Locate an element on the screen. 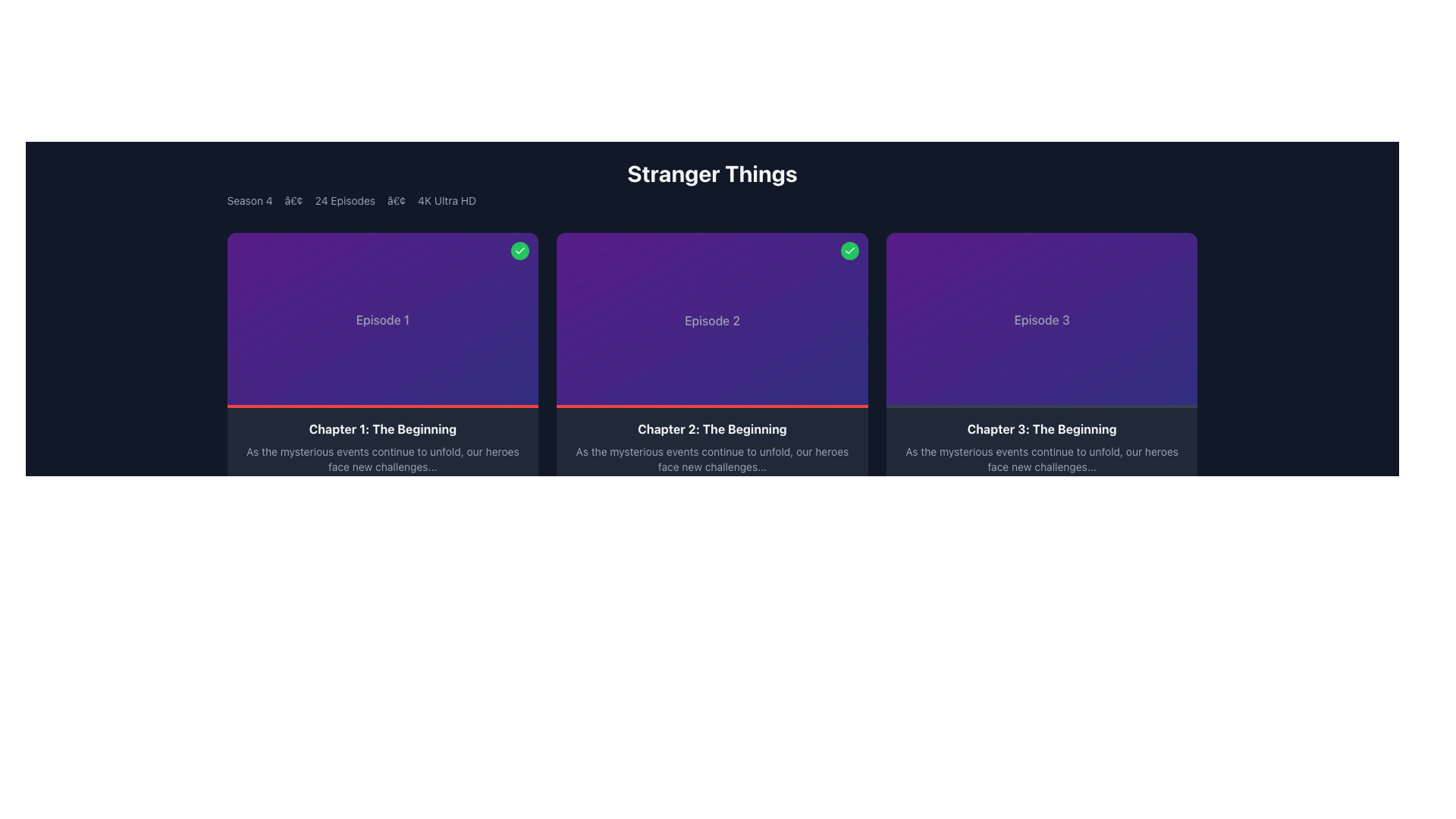  text label identifying the first episode in the series, located in the middle of the first card in a row of three identical layout cards is located at coordinates (382, 319).